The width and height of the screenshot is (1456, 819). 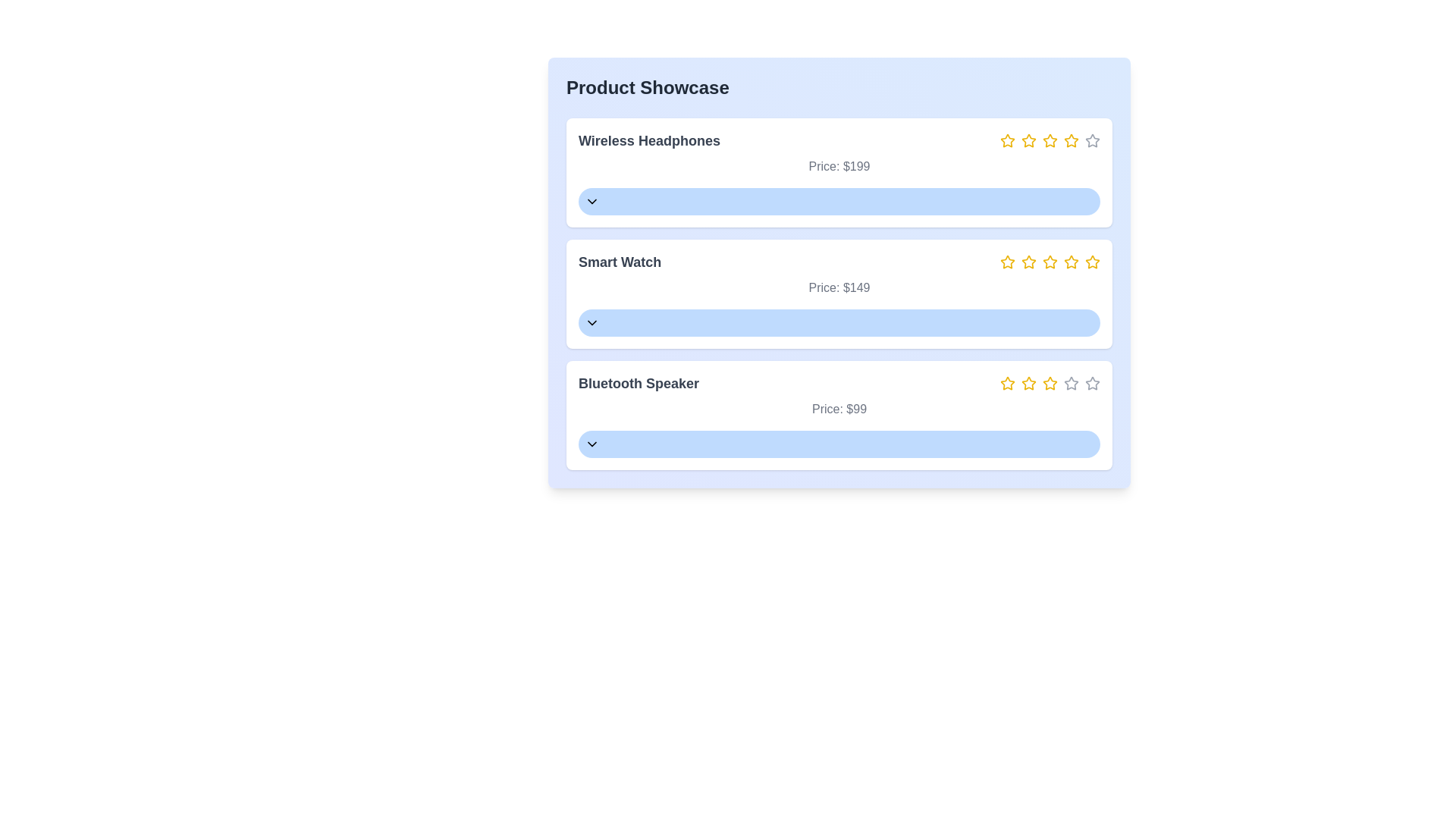 I want to click on the fifth grey star icon in the rating component for the 'Bluetooth Speaker' product card, so click(x=1092, y=382).